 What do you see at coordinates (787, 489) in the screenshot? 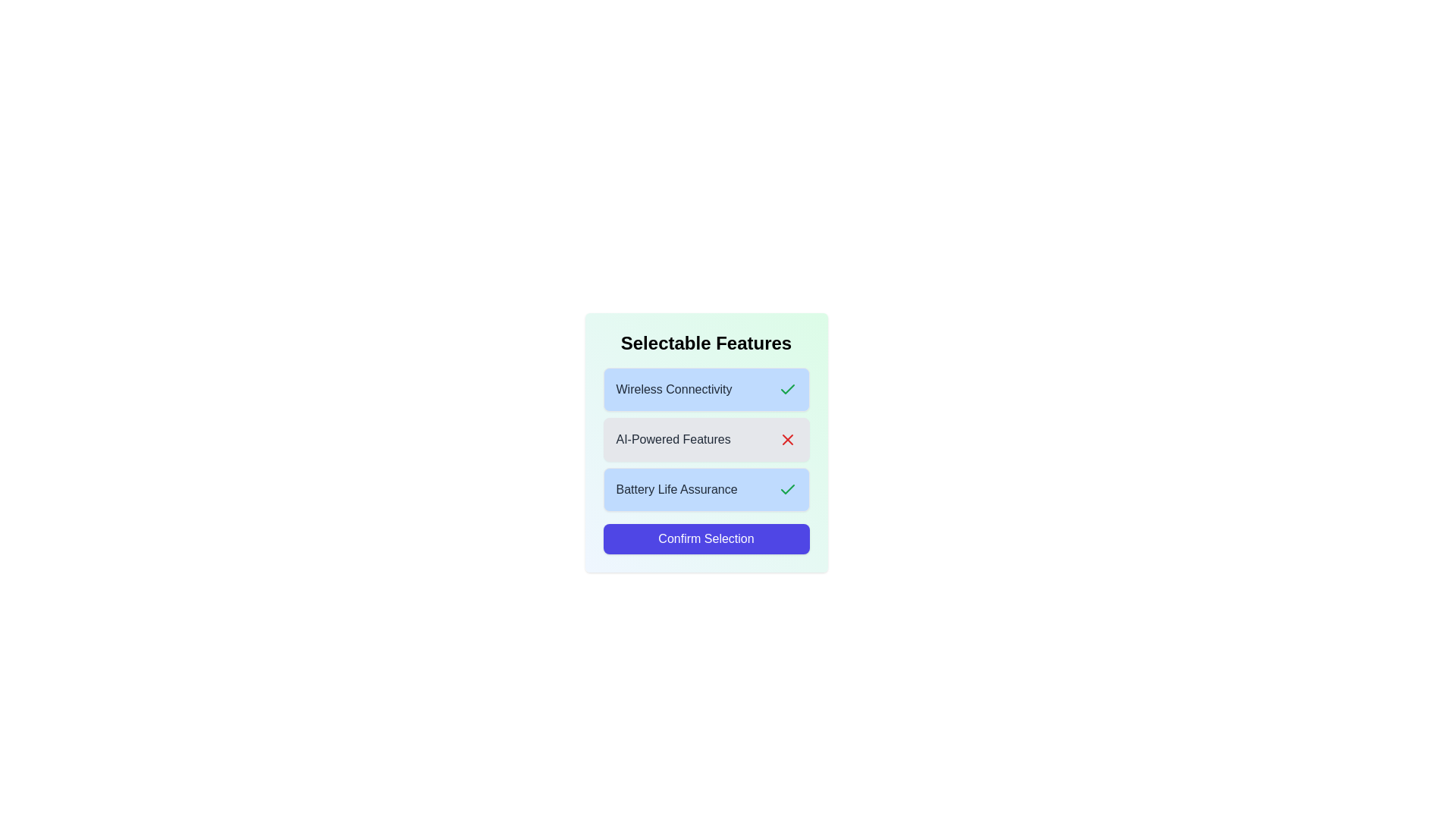
I see `the checkmark icon with a thin outline and green color, located on the right side of the 'Wireless Connectivity' row, within a blue rectangular background` at bounding box center [787, 489].